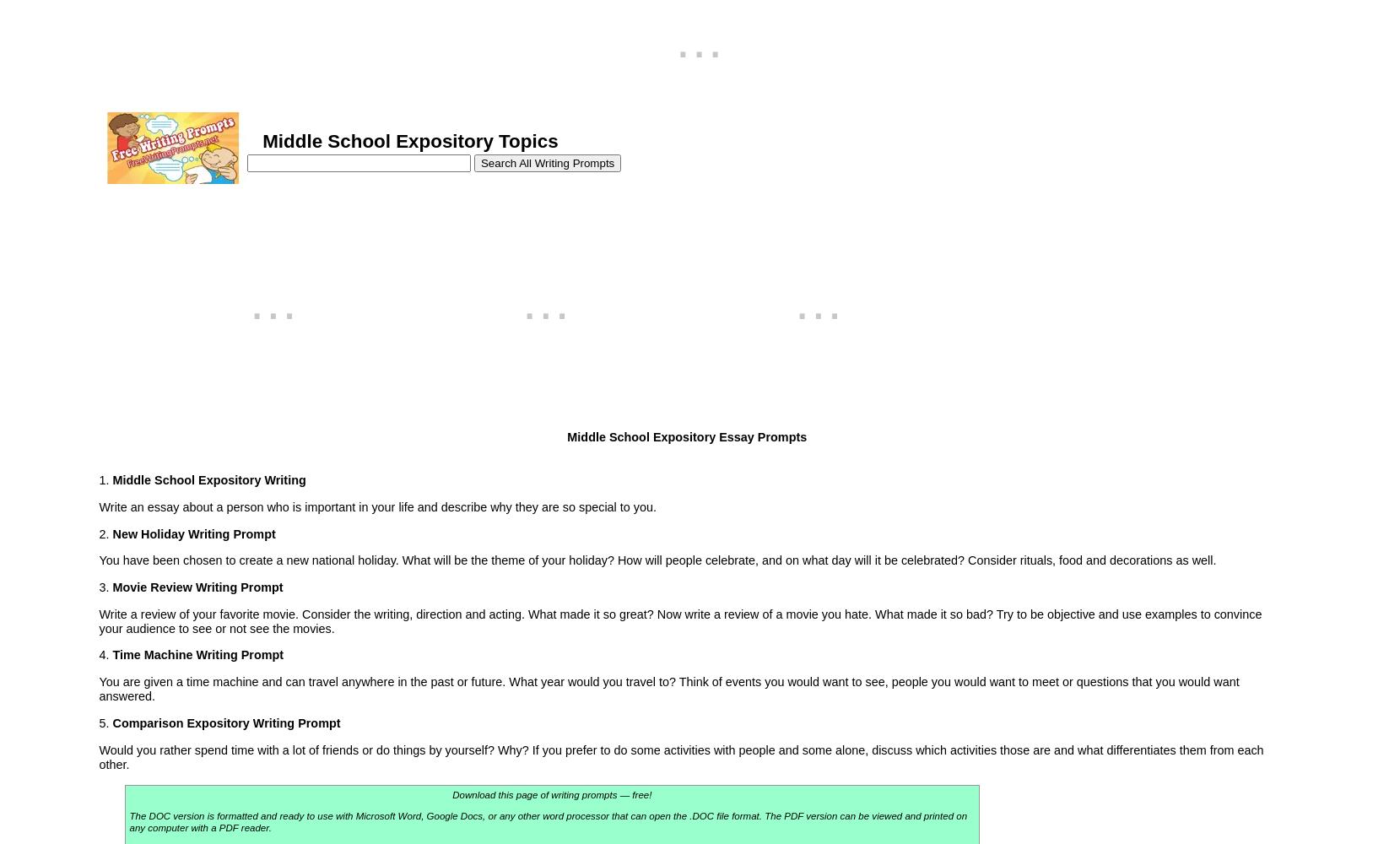 This screenshot has height=844, width=1400. I want to click on 'Would you rather spend time with a lot of friends or do things by yourself? Why? If you prefer to do some activities with people and some alone, discuss which activities those are and what differentiates them from each other.', so click(97, 756).